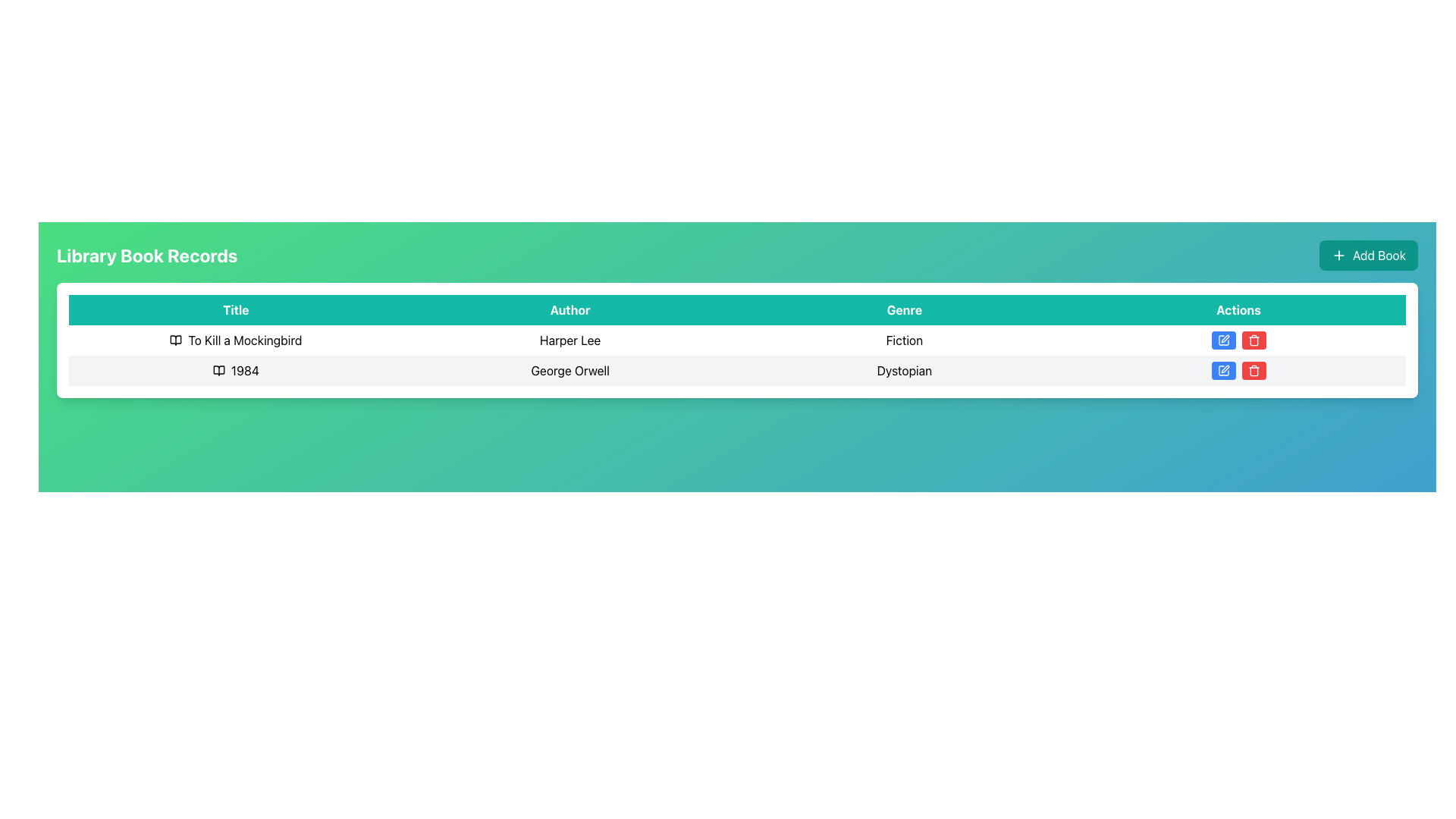 Image resolution: width=1456 pixels, height=819 pixels. Describe the element at coordinates (245, 371) in the screenshot. I see `the Text Label displaying '1984' in bold black characters, which is positioned in the second row of a tabular list under the Title column` at that location.